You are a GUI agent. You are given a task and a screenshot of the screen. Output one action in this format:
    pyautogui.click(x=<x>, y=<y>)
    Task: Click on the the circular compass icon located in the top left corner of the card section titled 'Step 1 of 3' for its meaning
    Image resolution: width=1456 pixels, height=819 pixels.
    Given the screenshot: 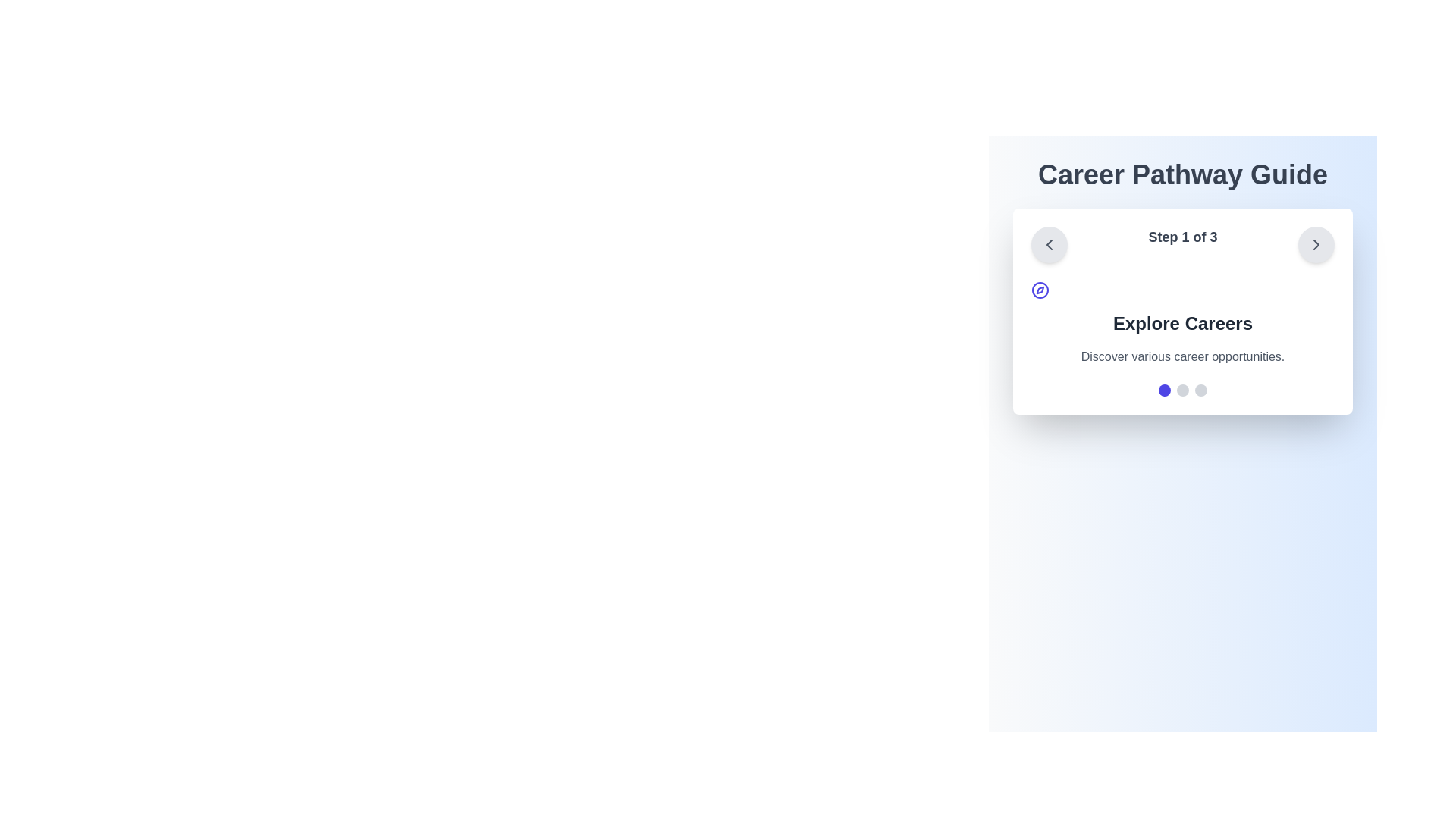 What is the action you would take?
    pyautogui.click(x=1040, y=290)
    